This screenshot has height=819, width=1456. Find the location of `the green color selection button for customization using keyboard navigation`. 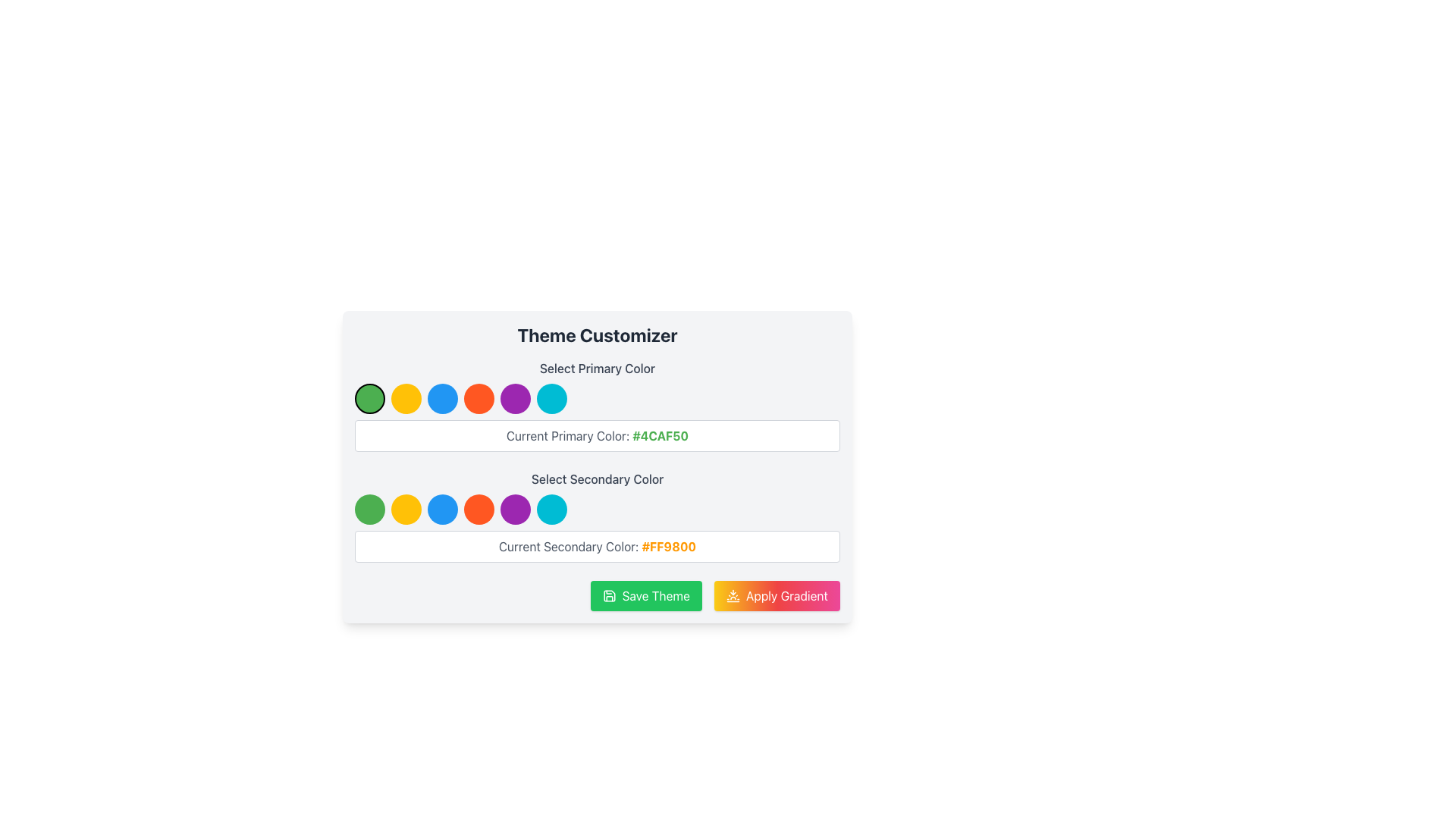

the green color selection button for customization using keyboard navigation is located at coordinates (370, 397).